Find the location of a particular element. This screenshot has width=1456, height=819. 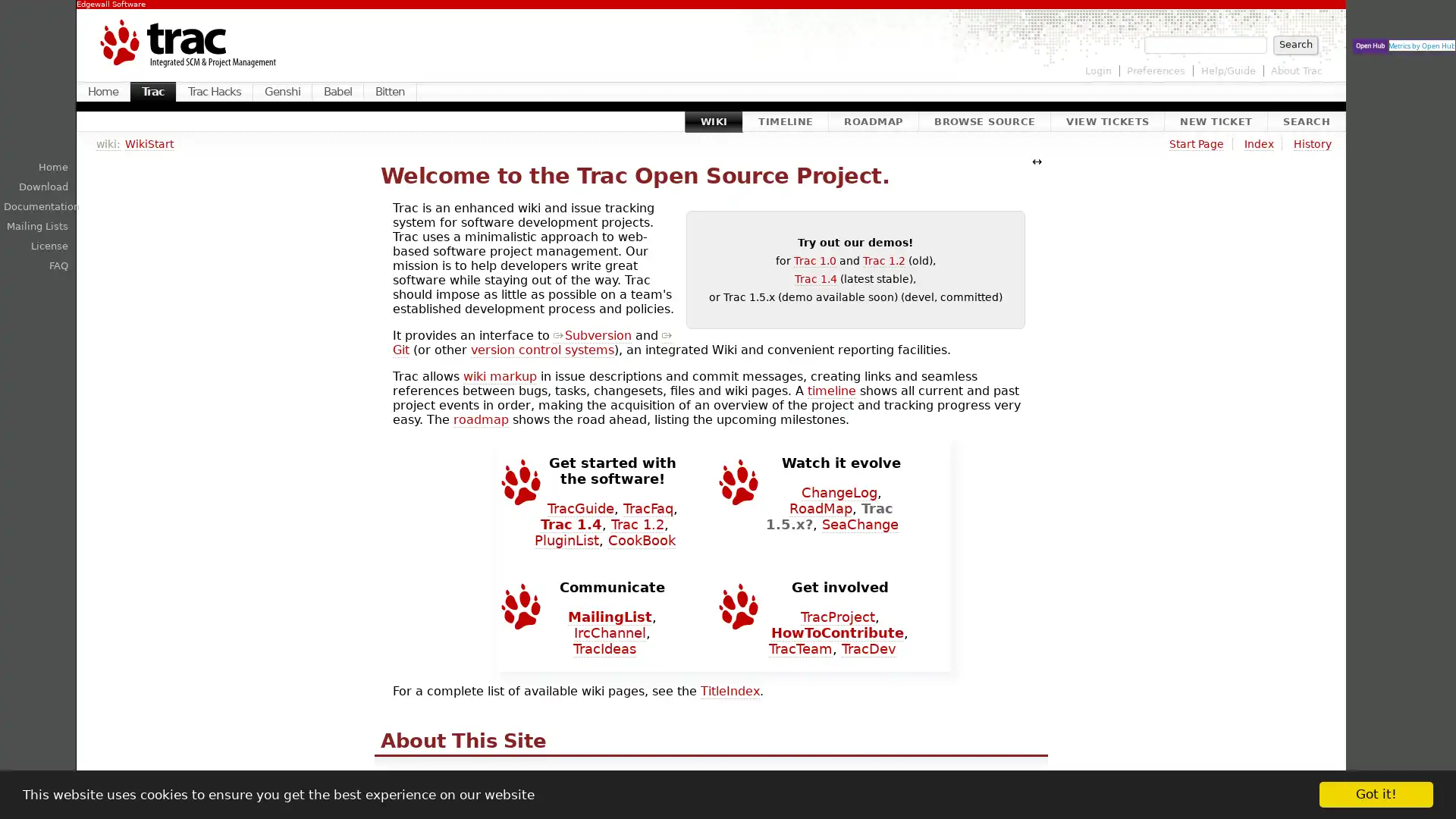

Search is located at coordinates (1294, 43).